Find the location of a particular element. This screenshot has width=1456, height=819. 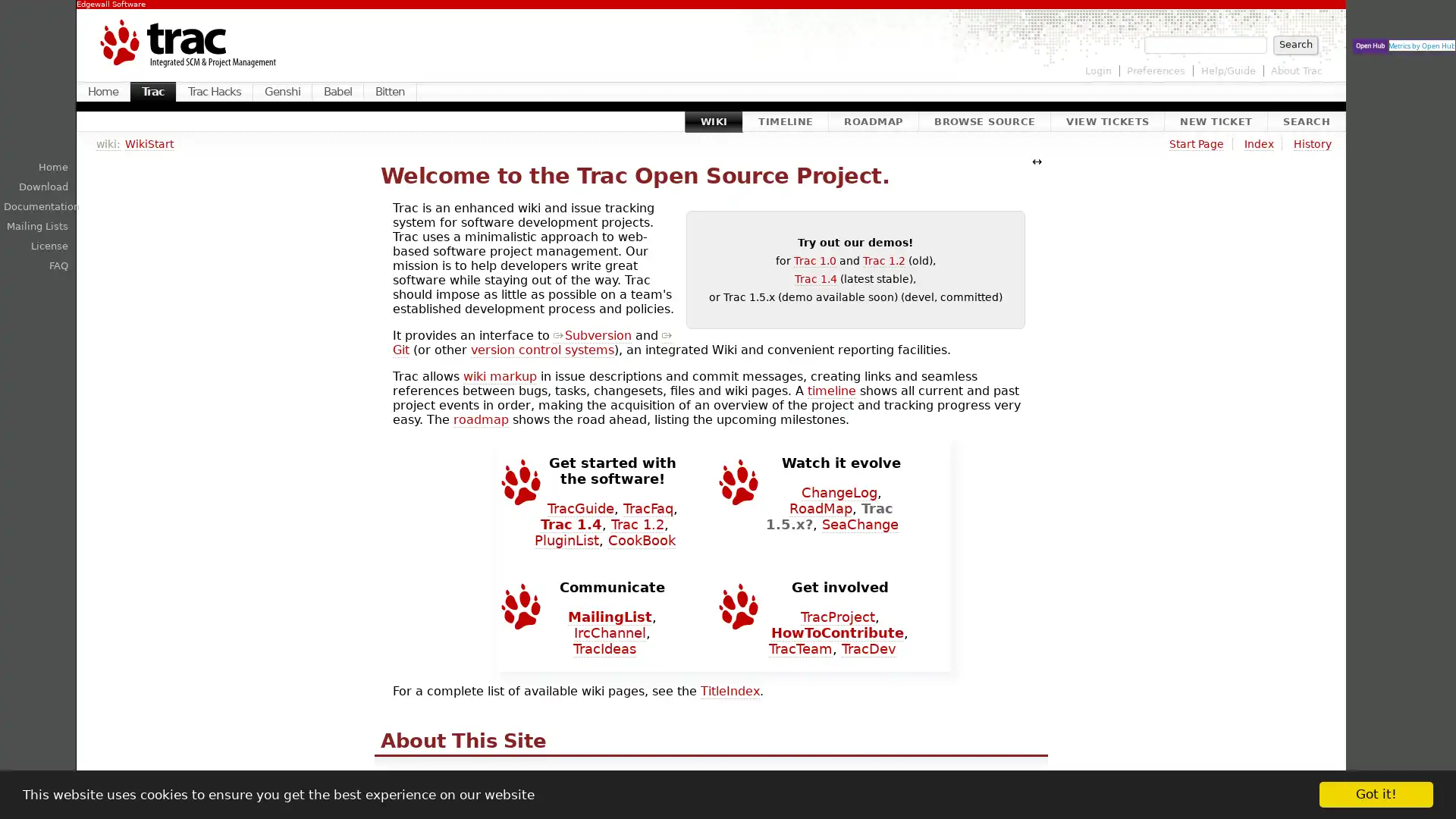

Search is located at coordinates (1294, 43).